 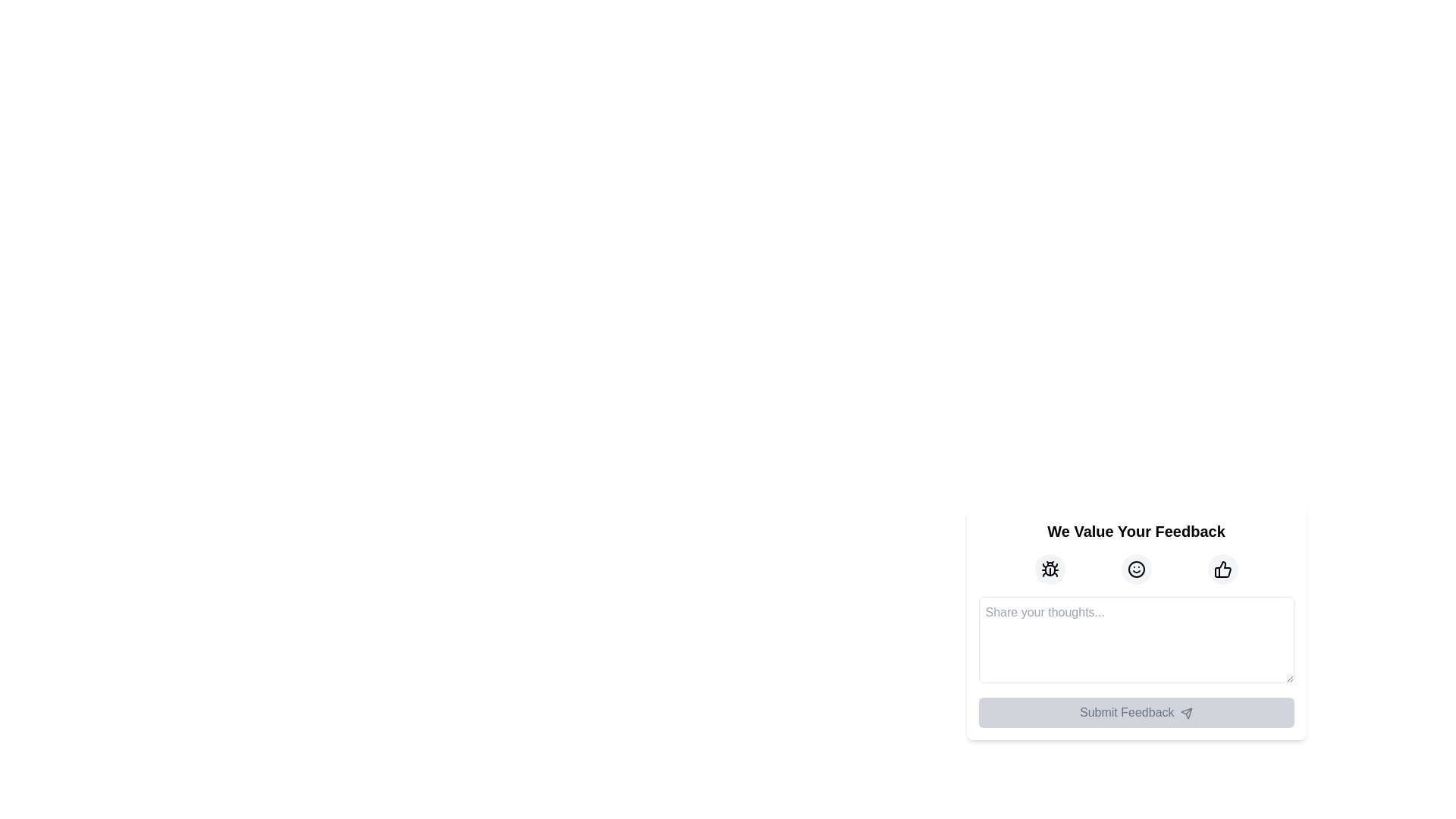 What do you see at coordinates (1222, 570) in the screenshot?
I see `the thumbs-up button located in the top-right corner of the feedback modal to provide positive feedback` at bounding box center [1222, 570].